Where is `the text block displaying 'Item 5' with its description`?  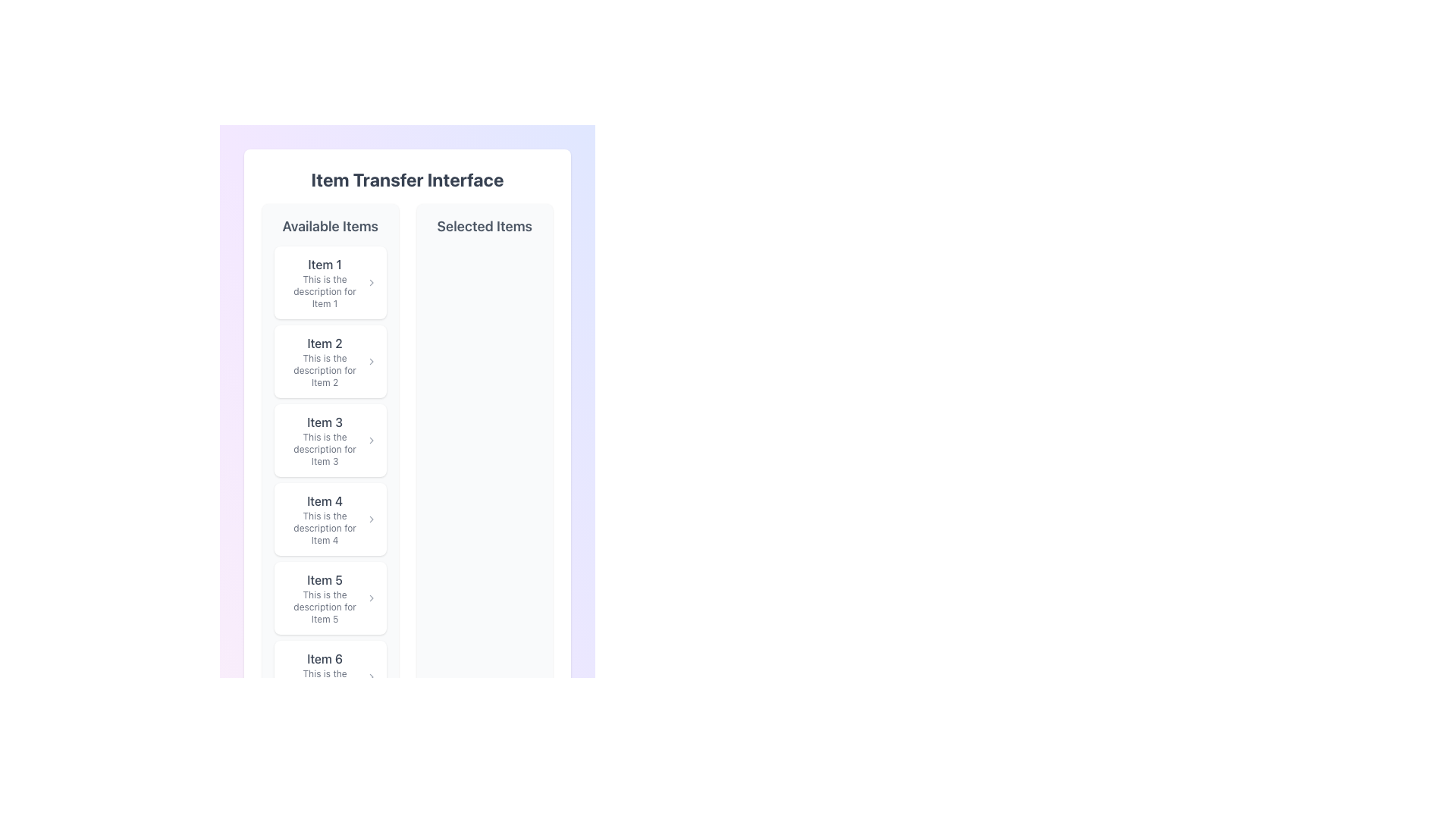 the text block displaying 'Item 5' with its description is located at coordinates (324, 598).